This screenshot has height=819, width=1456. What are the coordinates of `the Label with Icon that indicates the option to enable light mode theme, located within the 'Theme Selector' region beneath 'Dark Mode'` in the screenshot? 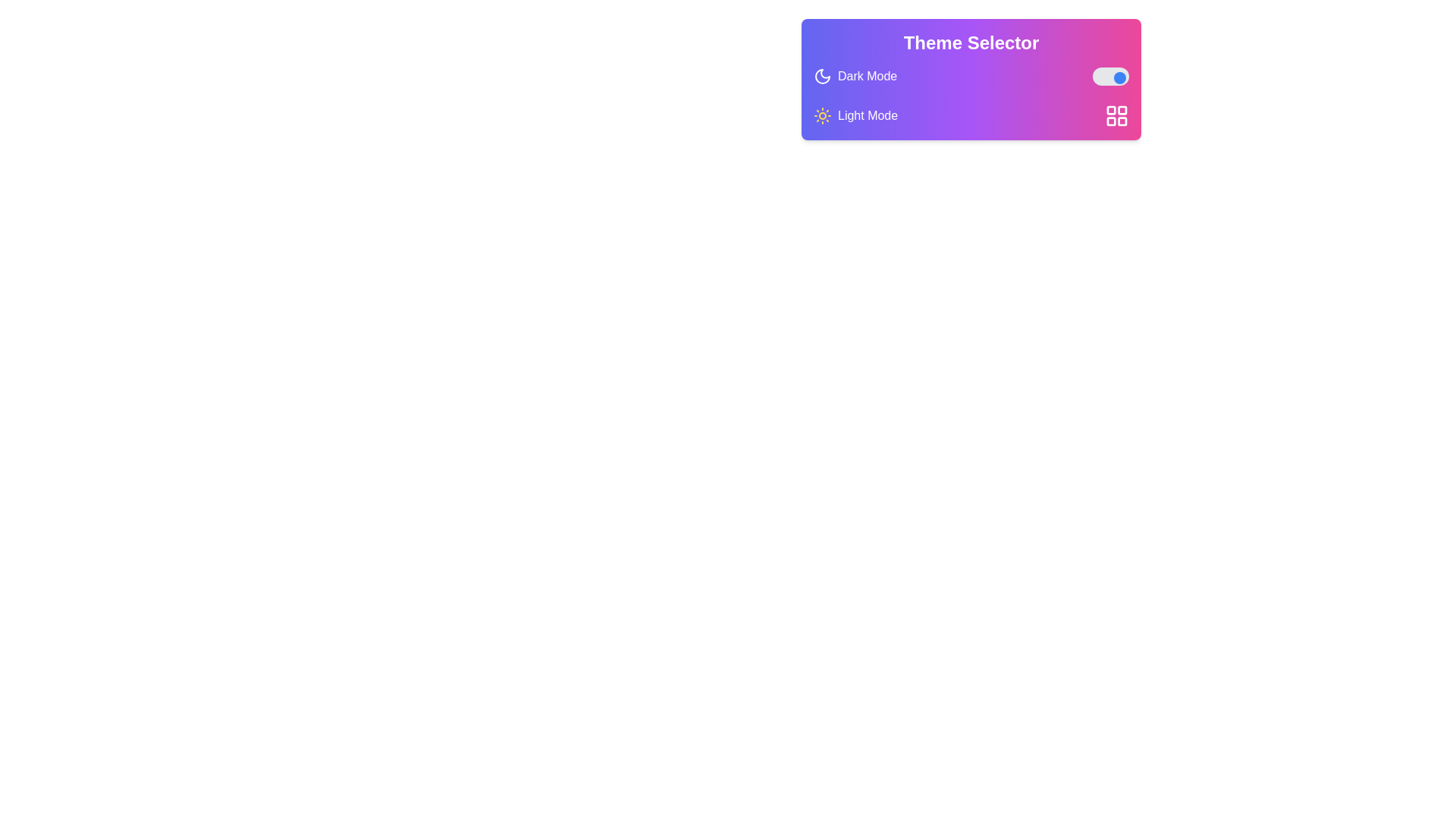 It's located at (855, 115).